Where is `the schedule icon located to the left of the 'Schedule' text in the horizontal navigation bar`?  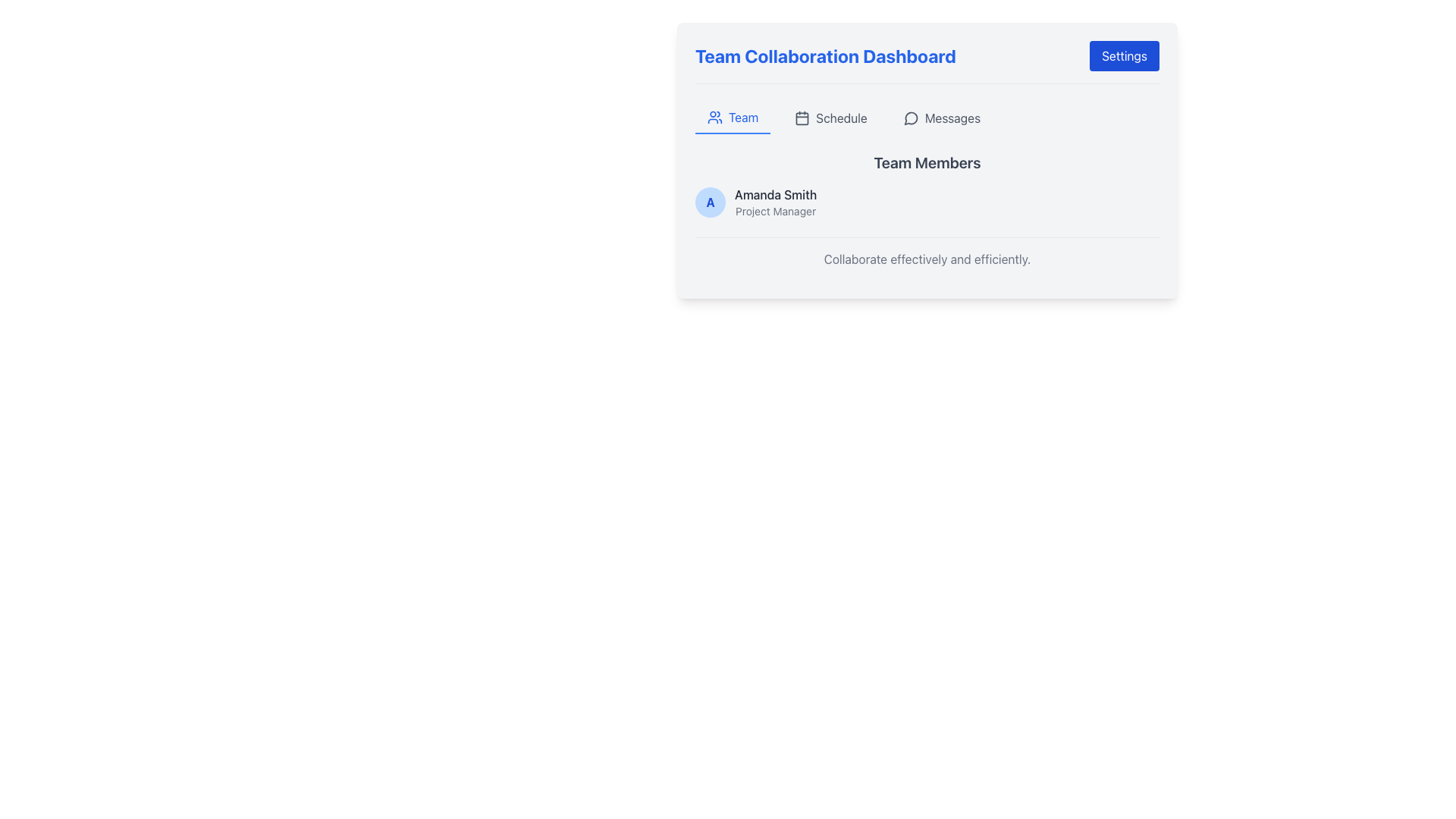
the schedule icon located to the left of the 'Schedule' text in the horizontal navigation bar is located at coordinates (802, 117).